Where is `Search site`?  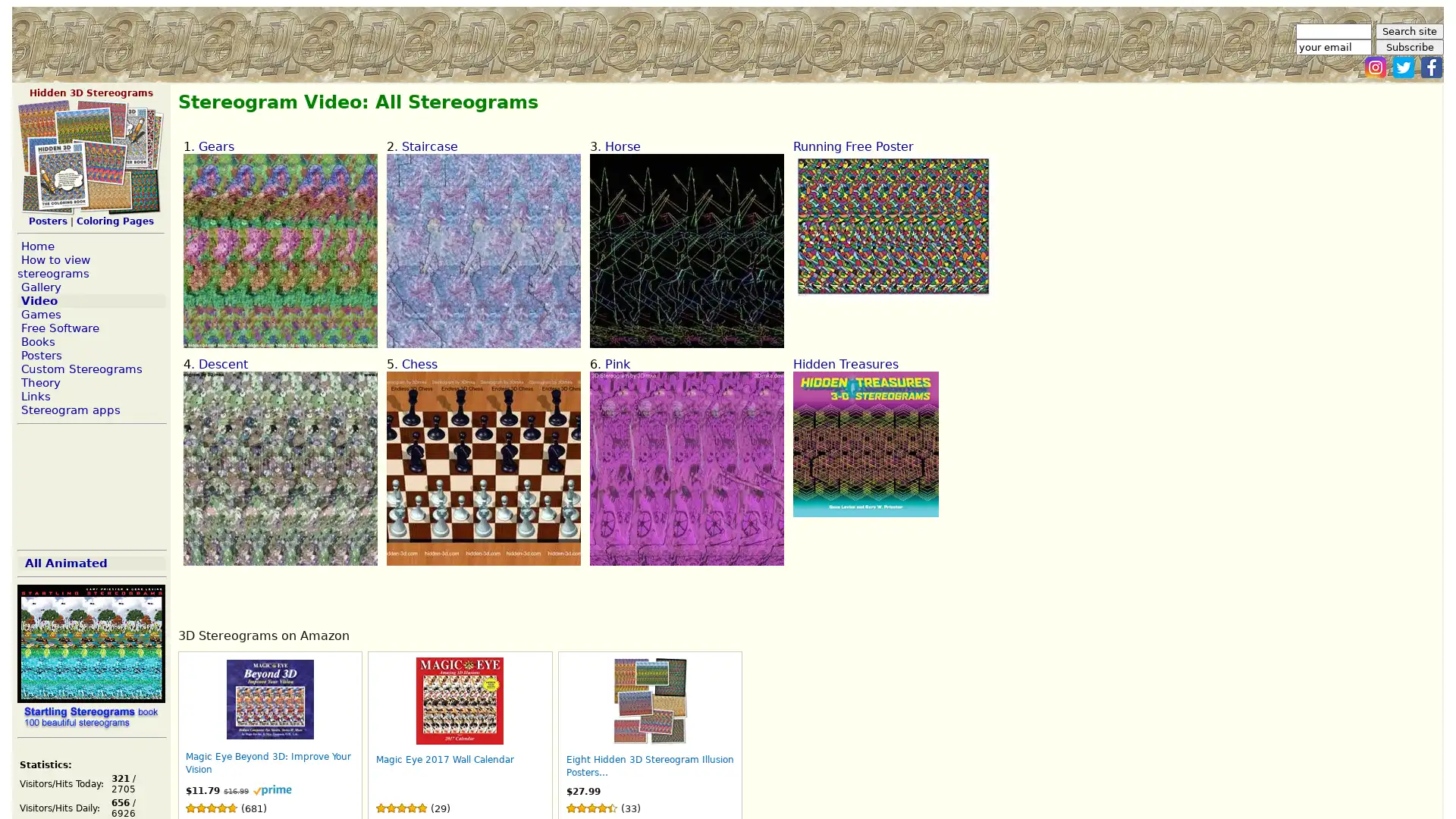 Search site is located at coordinates (1408, 31).